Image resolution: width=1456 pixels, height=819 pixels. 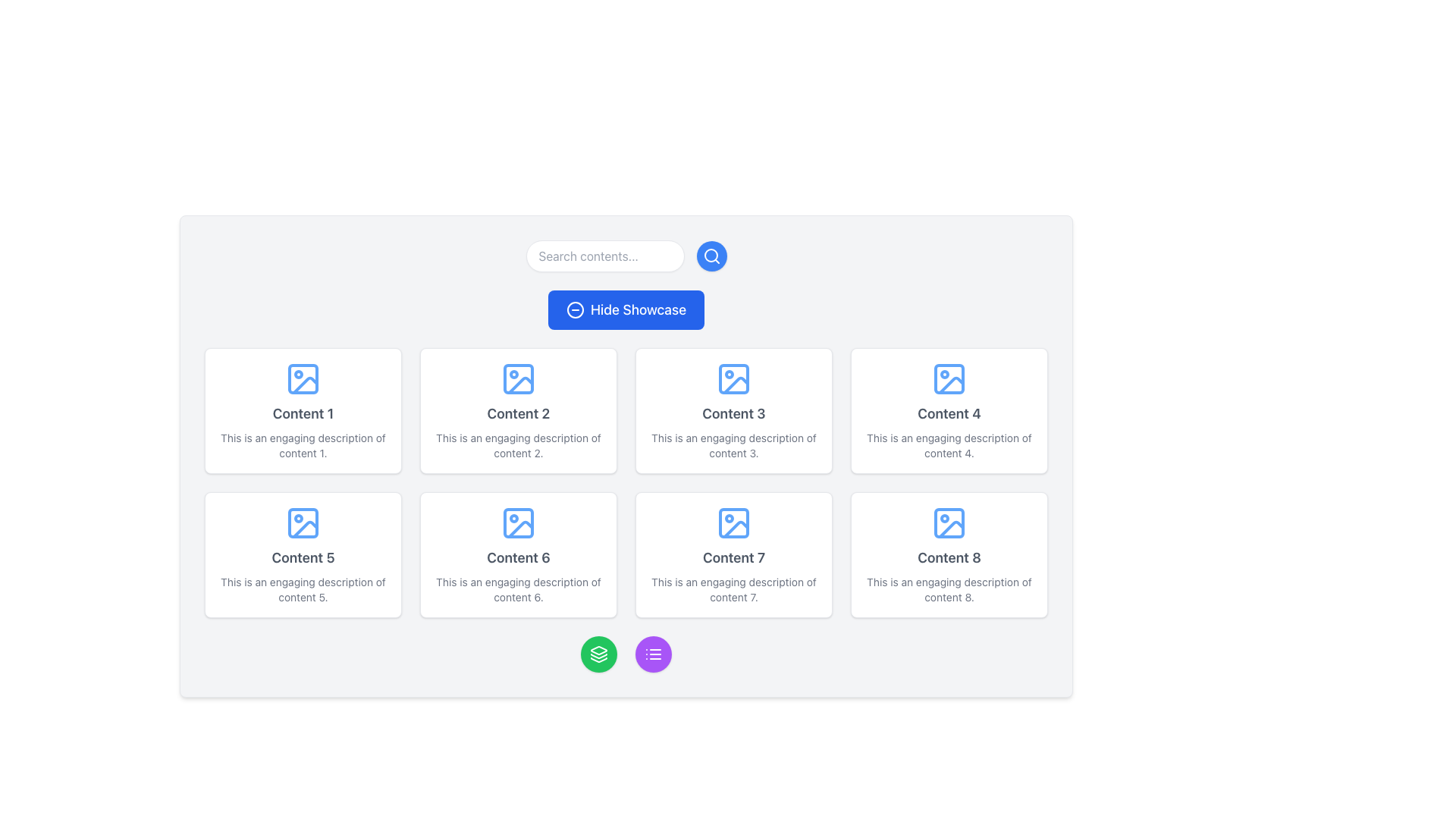 I want to click on the icon located in the first column of the second row within the card labeled 'Content 5', which visually represents content or imagery, so click(x=303, y=522).